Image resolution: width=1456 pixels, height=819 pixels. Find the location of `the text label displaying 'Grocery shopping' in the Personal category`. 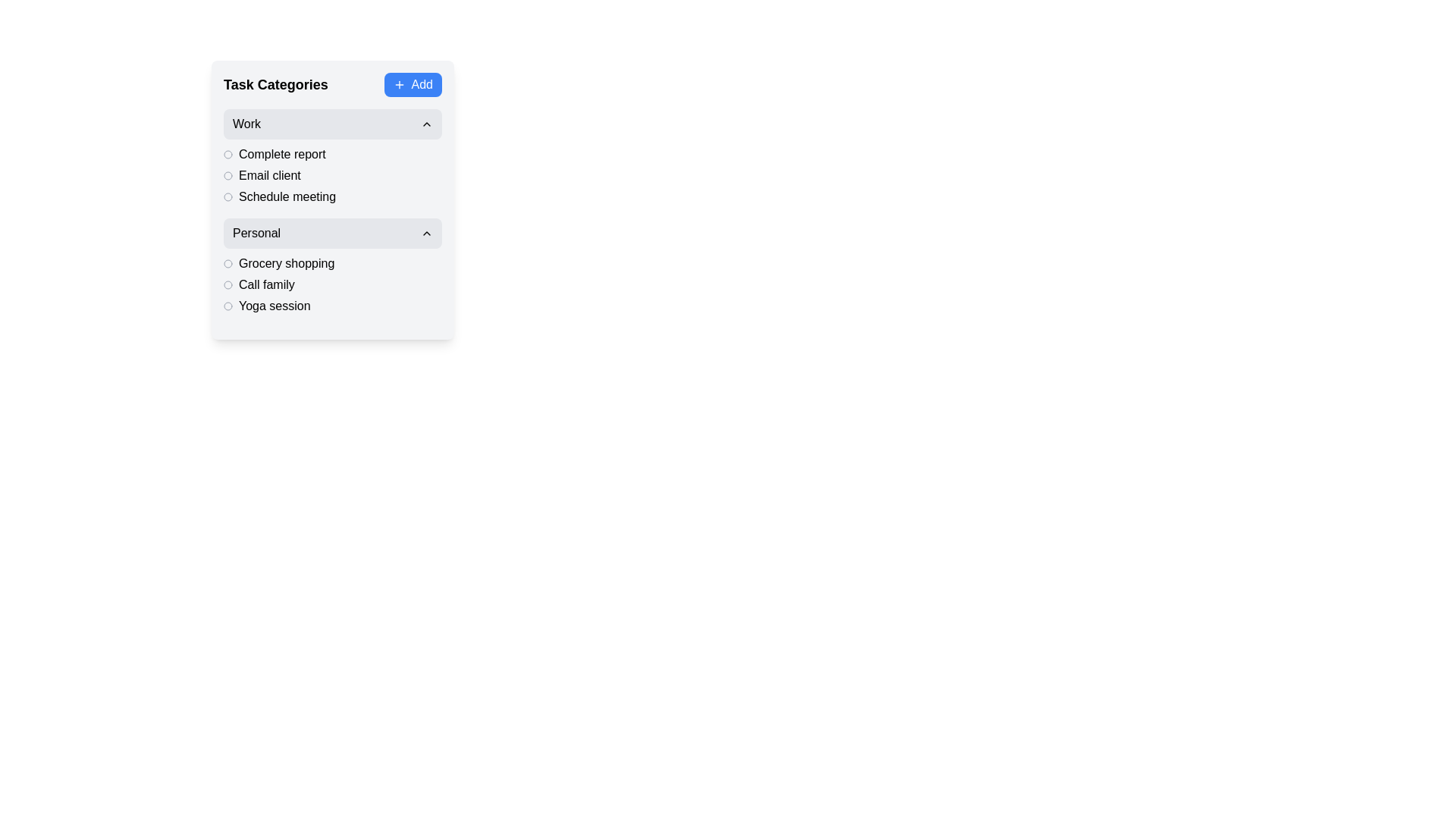

the text label displaying 'Grocery shopping' in the Personal category is located at coordinates (287, 262).